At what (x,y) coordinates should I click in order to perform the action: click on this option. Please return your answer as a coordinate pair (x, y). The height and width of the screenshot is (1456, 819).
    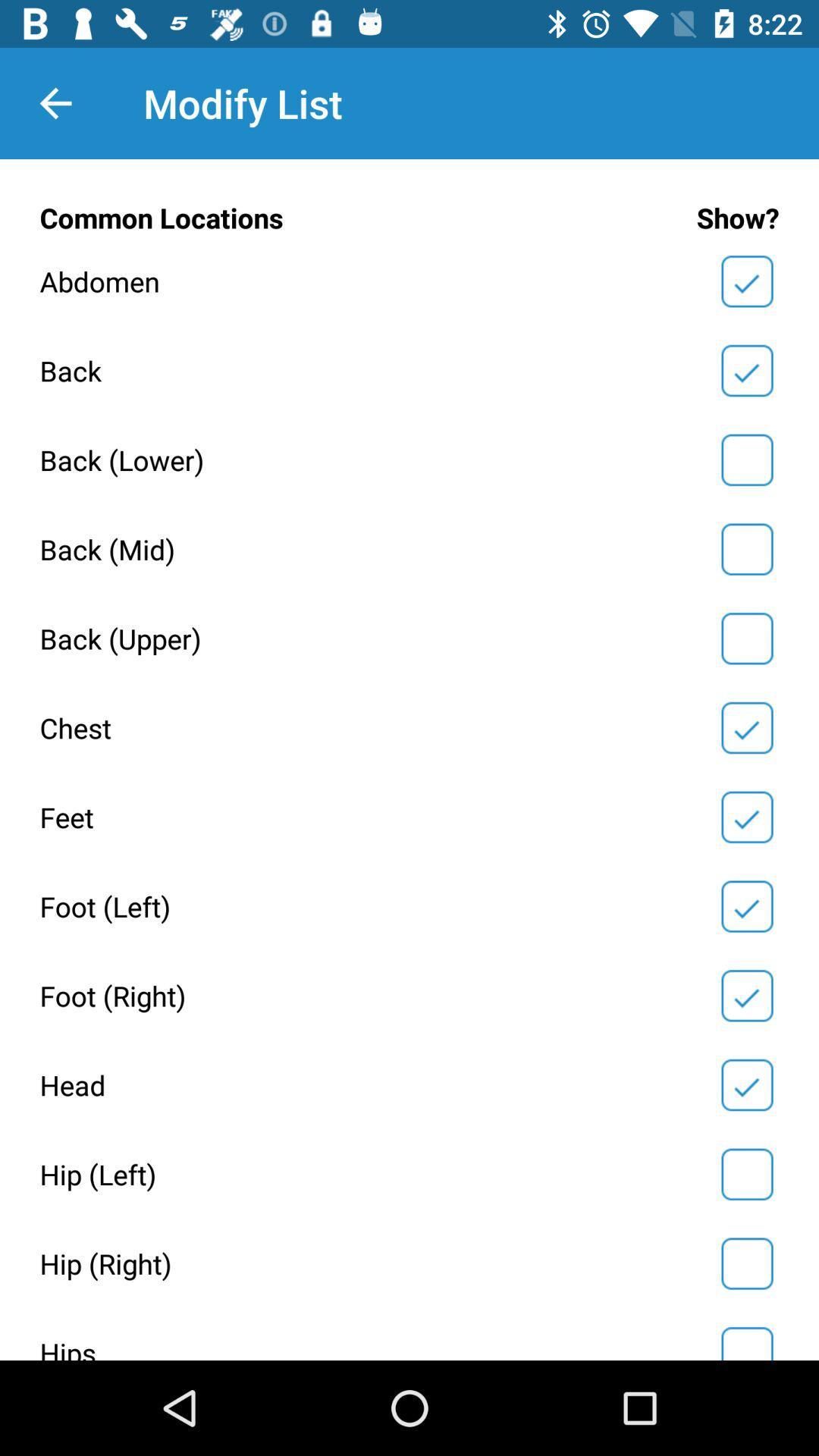
    Looking at the image, I should click on (746, 639).